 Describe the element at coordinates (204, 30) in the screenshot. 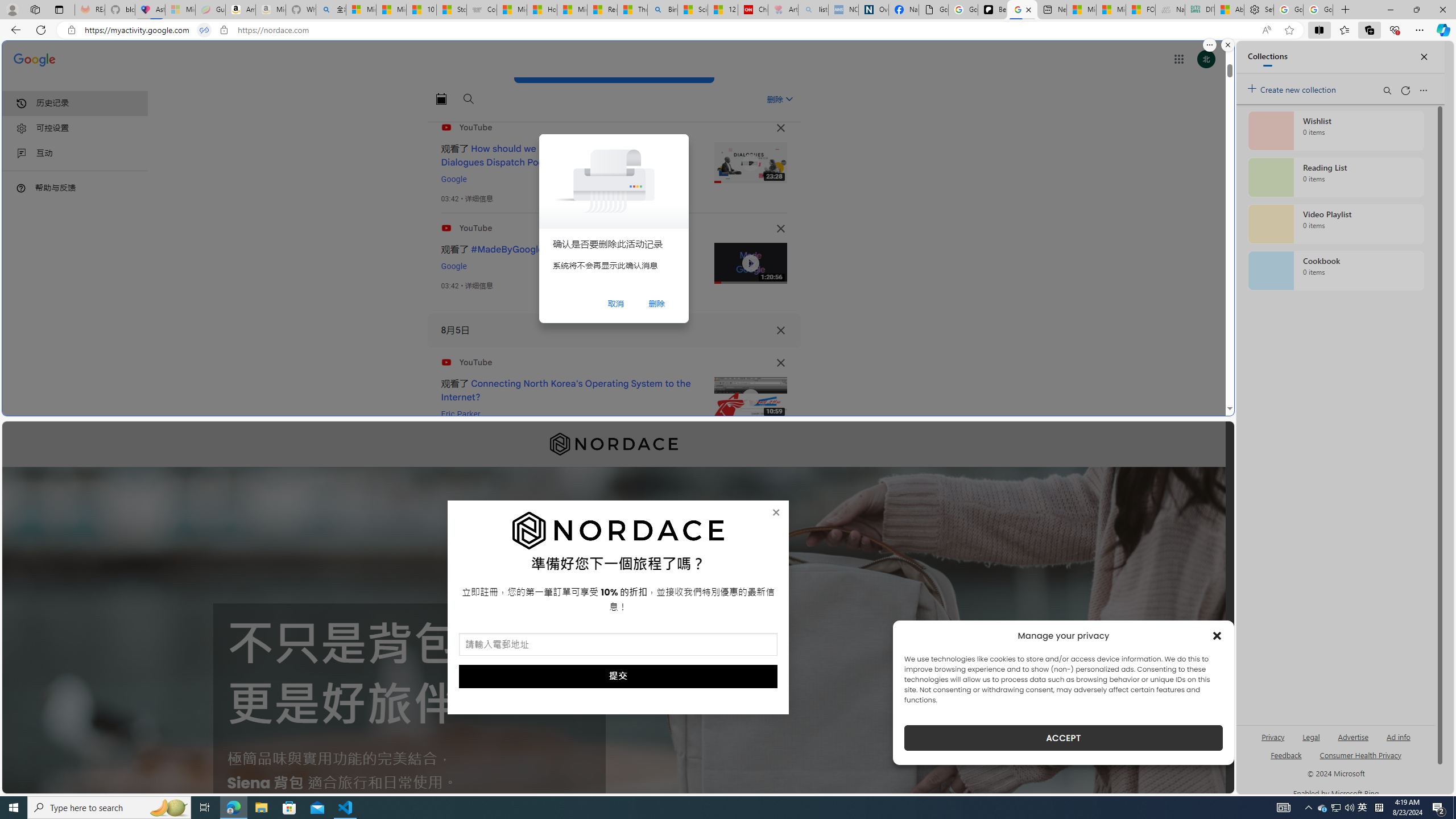

I see `'Tabs in split screen'` at that location.